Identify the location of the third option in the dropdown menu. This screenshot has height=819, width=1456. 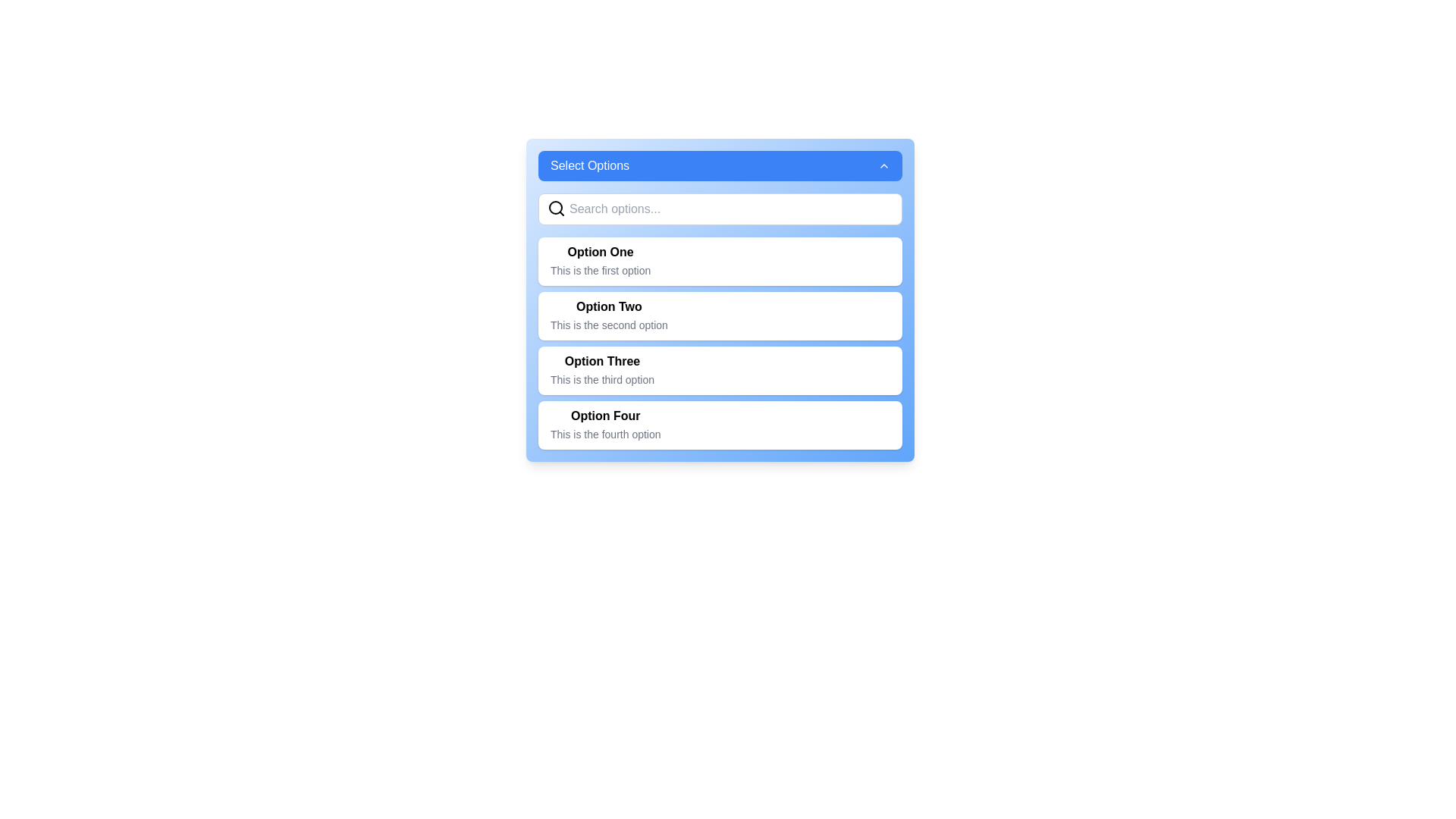
(601, 371).